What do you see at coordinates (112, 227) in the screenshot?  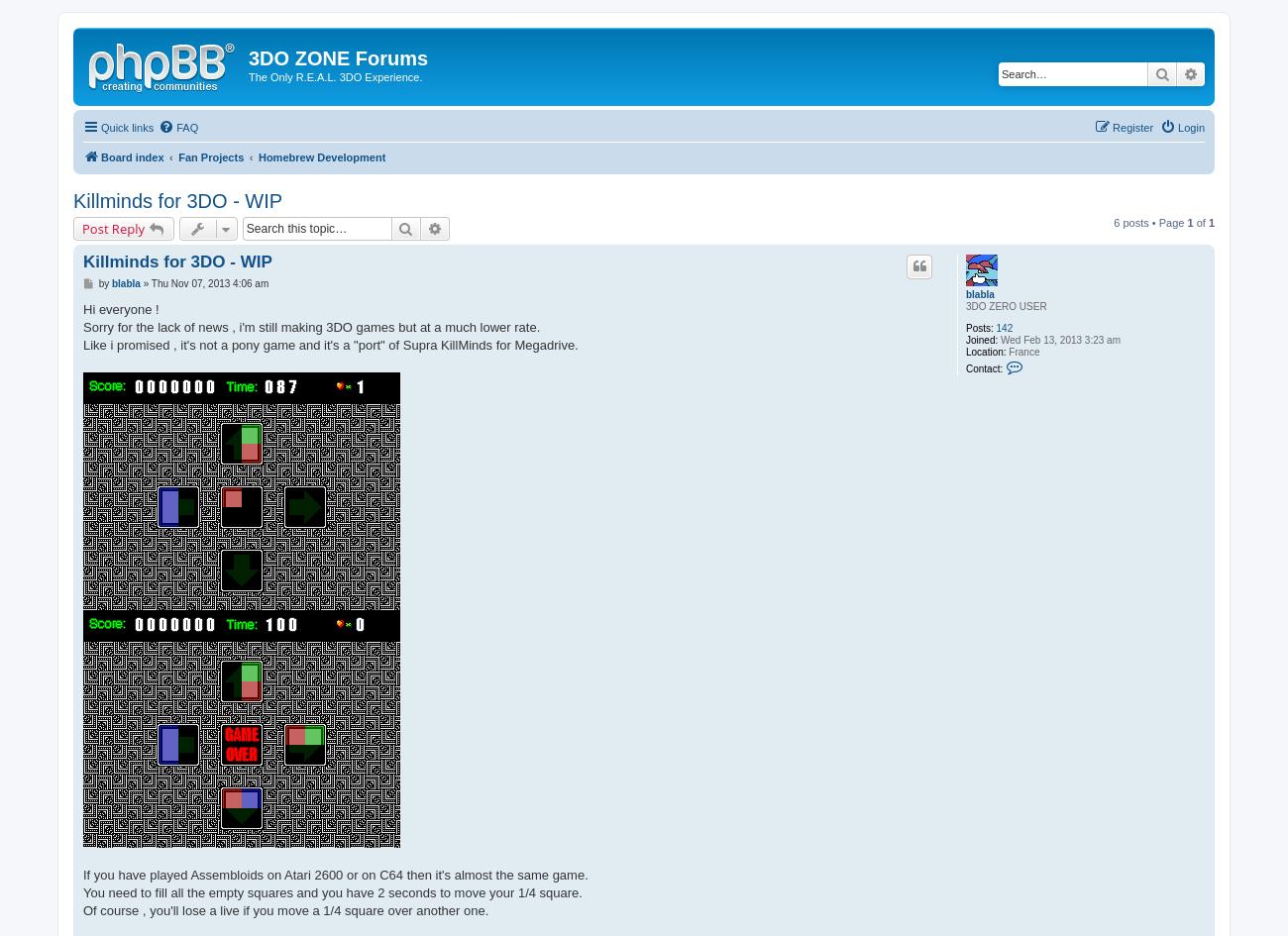 I see `'Post Reply'` at bounding box center [112, 227].